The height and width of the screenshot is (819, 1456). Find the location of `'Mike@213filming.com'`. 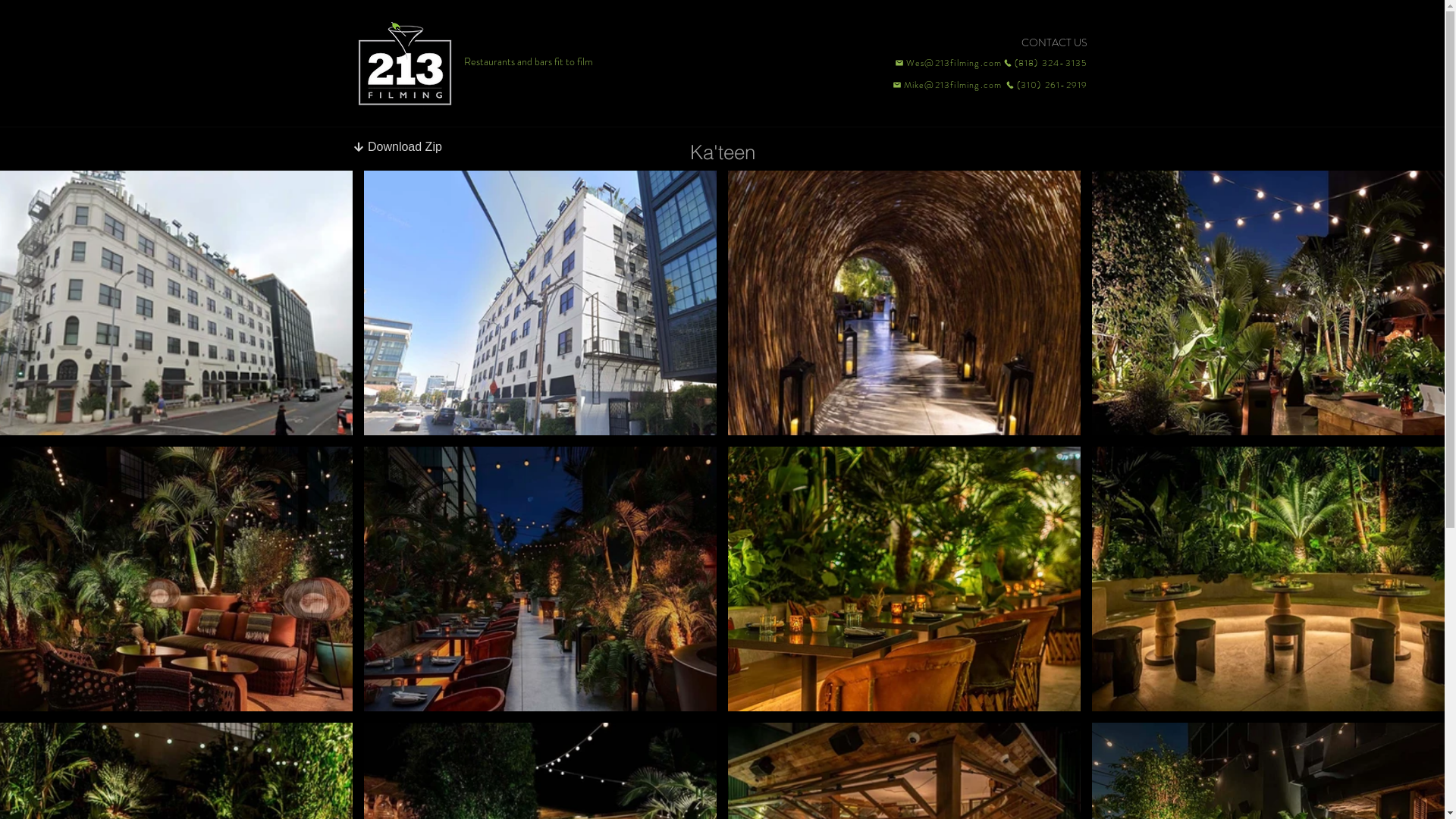

'Mike@213filming.com' is located at coordinates (885, 84).